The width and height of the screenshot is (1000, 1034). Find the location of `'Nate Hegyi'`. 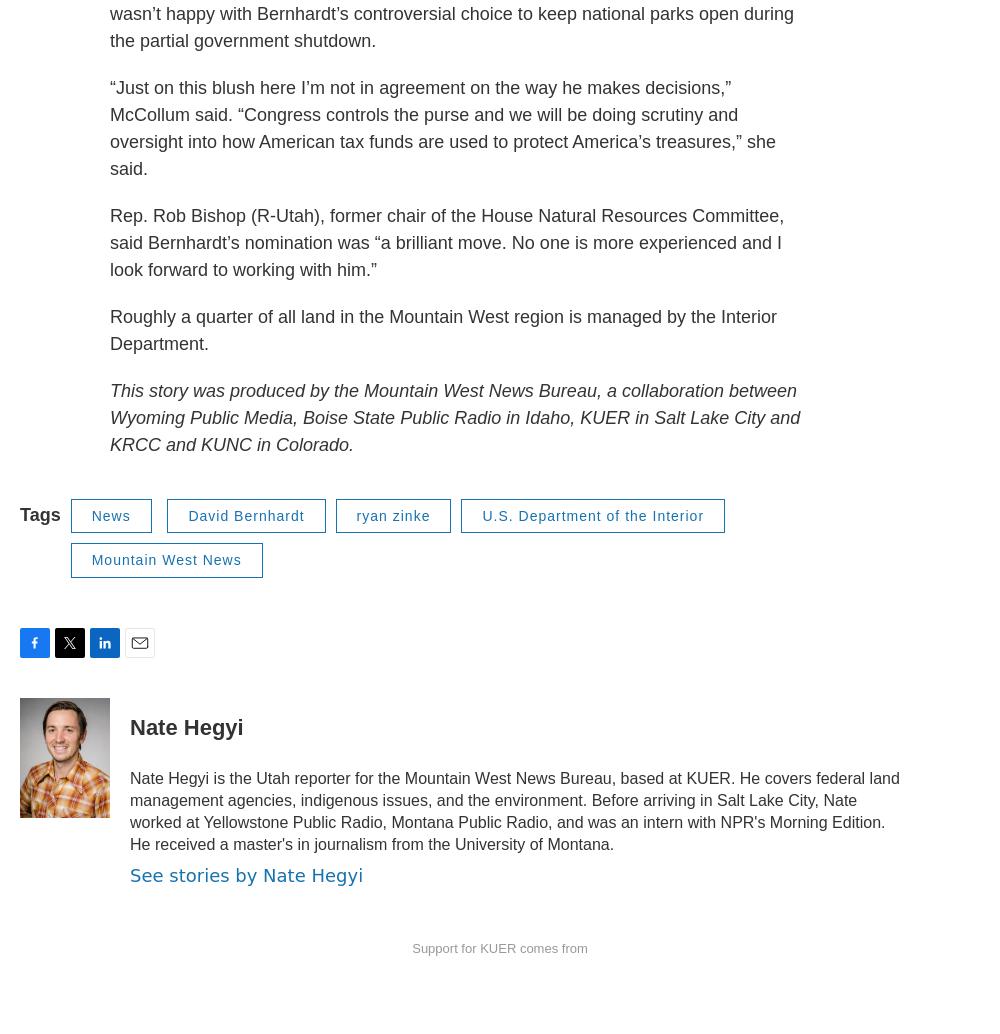

'Nate Hegyi' is located at coordinates (186, 727).